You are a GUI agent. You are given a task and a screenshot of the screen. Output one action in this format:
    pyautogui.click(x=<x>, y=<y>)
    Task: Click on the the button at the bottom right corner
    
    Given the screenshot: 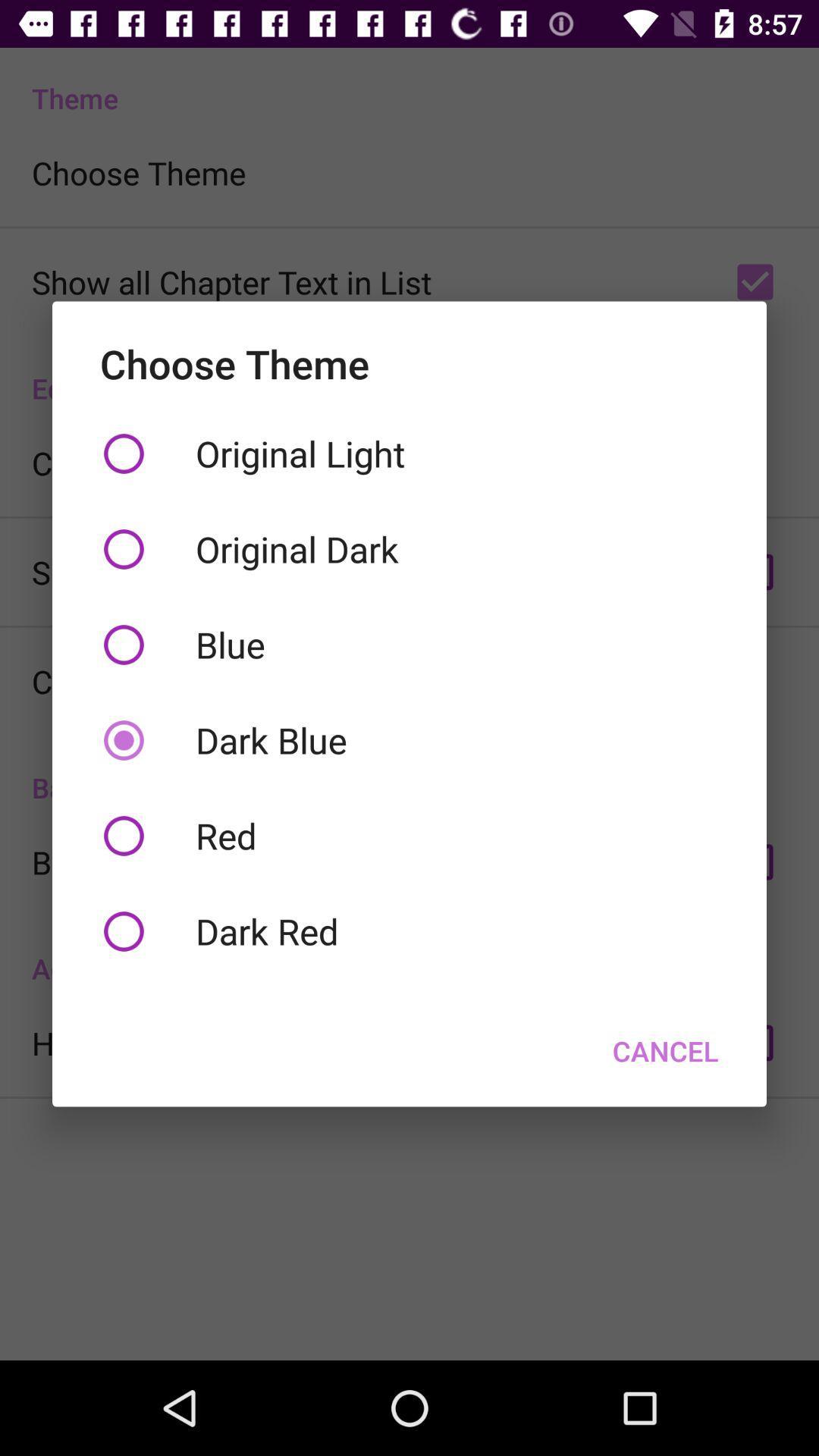 What is the action you would take?
    pyautogui.click(x=664, y=1050)
    